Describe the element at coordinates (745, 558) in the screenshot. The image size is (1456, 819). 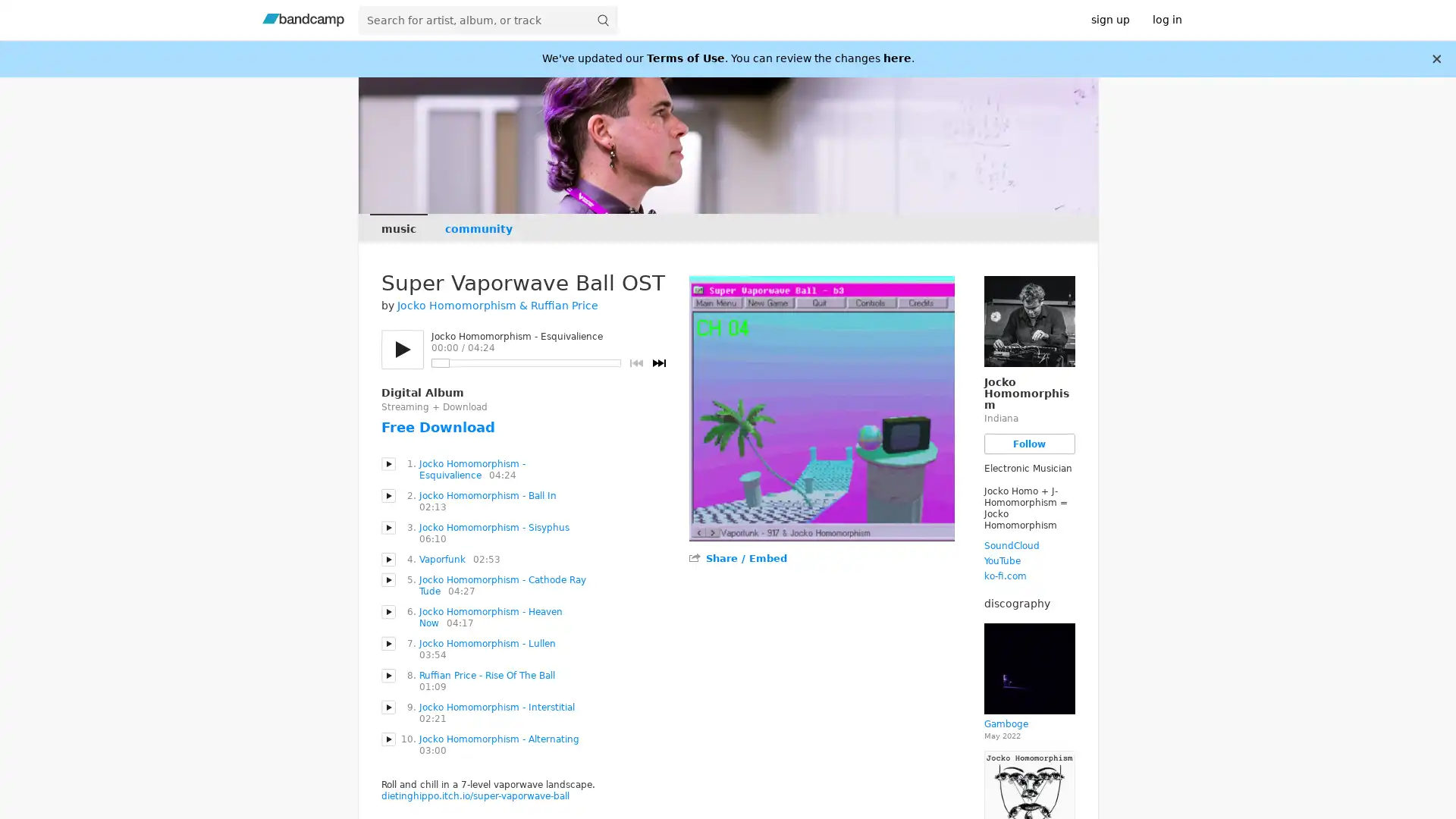
I see `Share / Embed` at that location.